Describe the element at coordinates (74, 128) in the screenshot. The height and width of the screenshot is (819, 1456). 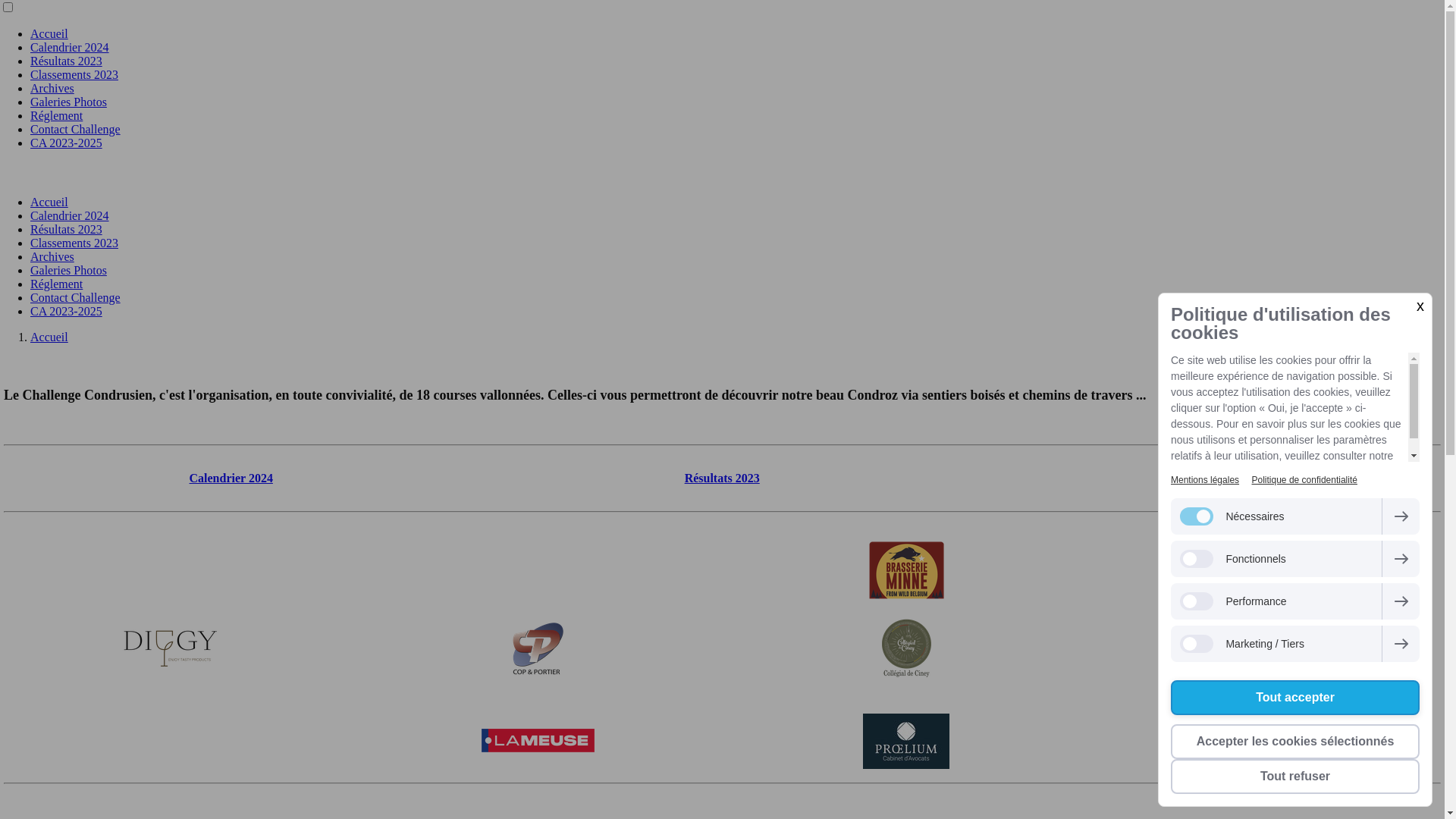
I see `'Contact Challenge'` at that location.